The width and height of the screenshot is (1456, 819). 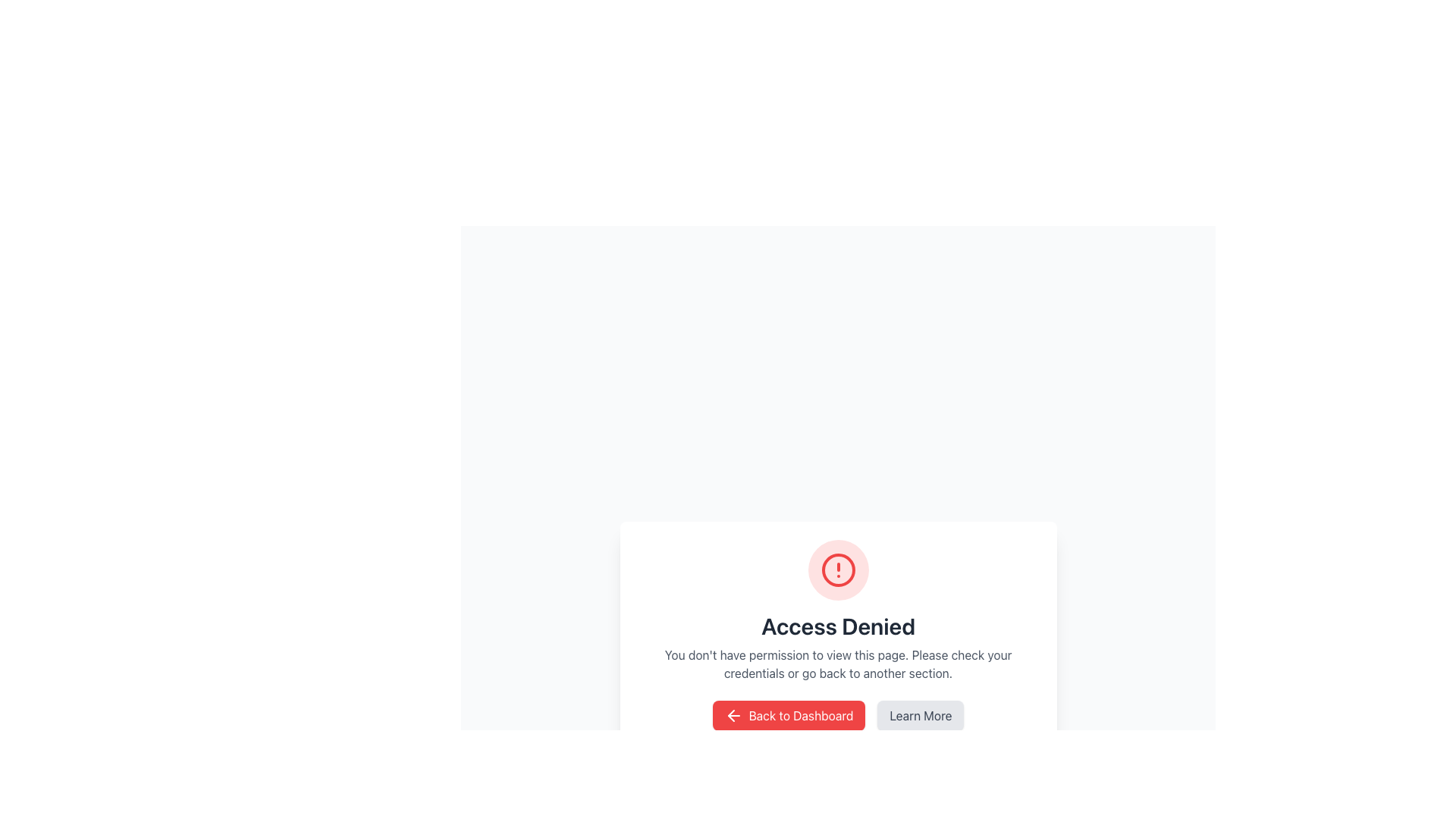 What do you see at coordinates (837, 570) in the screenshot?
I see `the circular alert icon indicating 'Access Denied' status, which is positioned at the top-center of the notification panel` at bounding box center [837, 570].